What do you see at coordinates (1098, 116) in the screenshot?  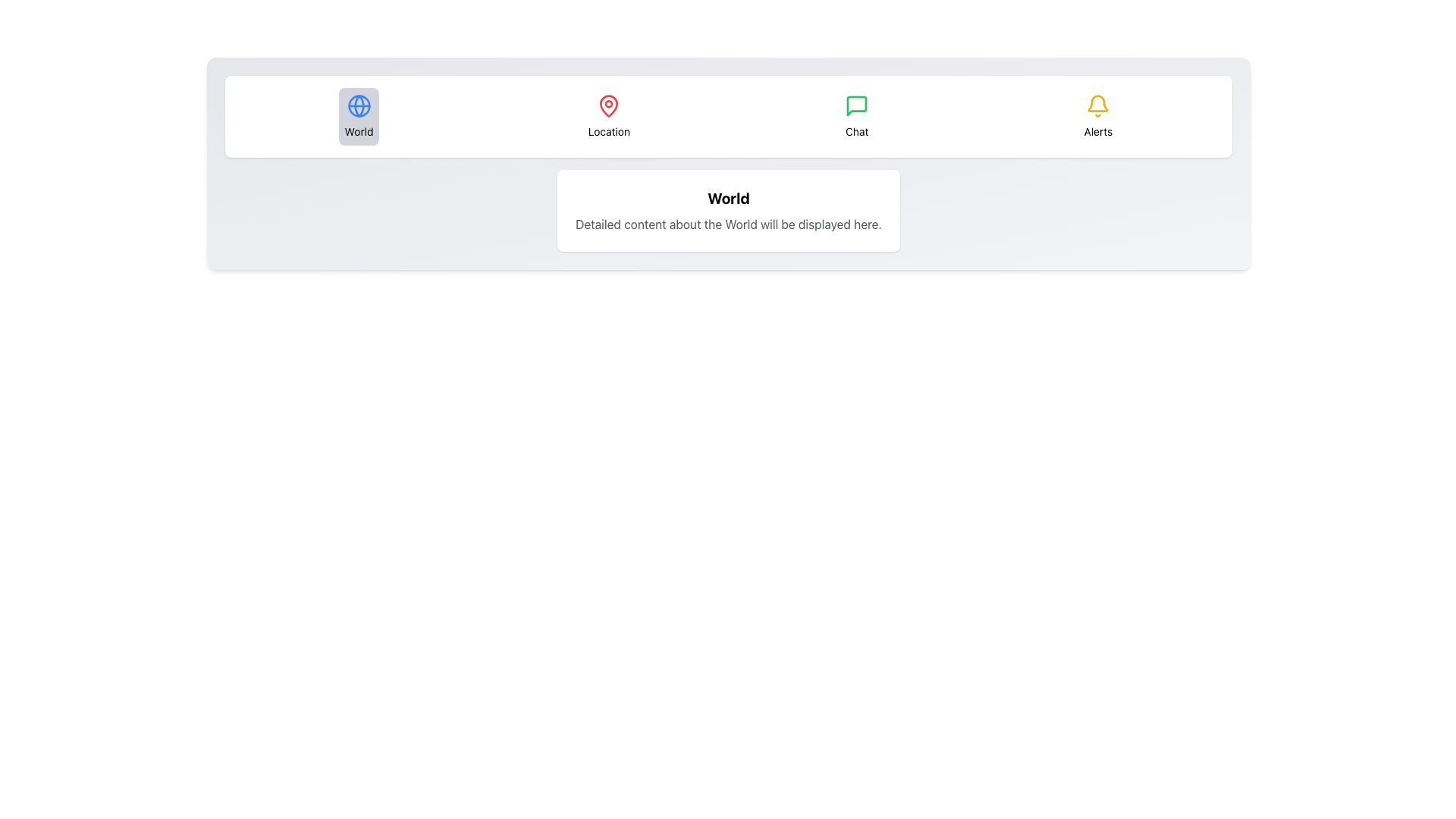 I see `the navigation button for alerts or notifications, located in the fourth position from the left in a horizontal row of interactive elements` at bounding box center [1098, 116].